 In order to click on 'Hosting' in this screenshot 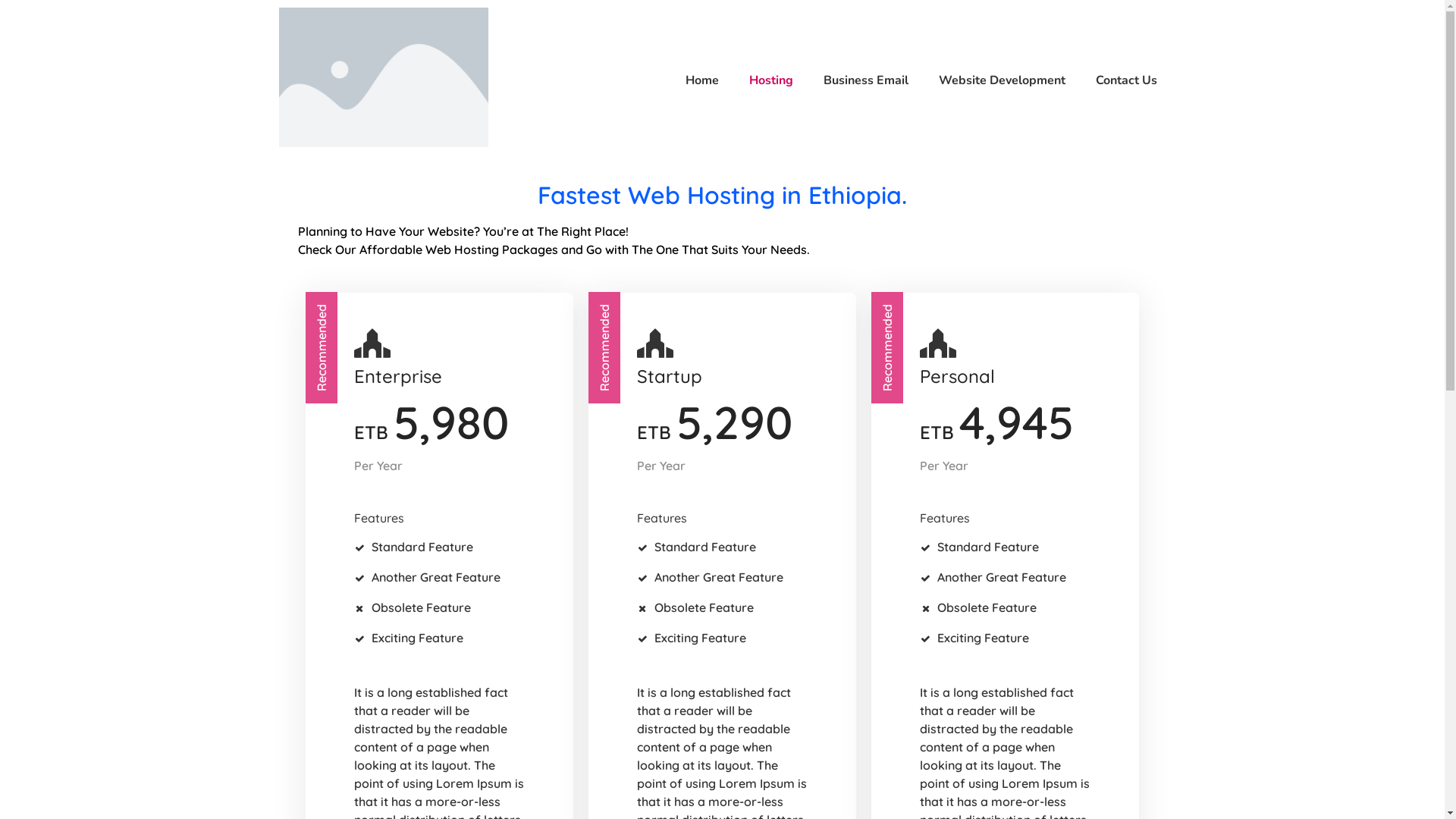, I will do `click(764, 80)`.